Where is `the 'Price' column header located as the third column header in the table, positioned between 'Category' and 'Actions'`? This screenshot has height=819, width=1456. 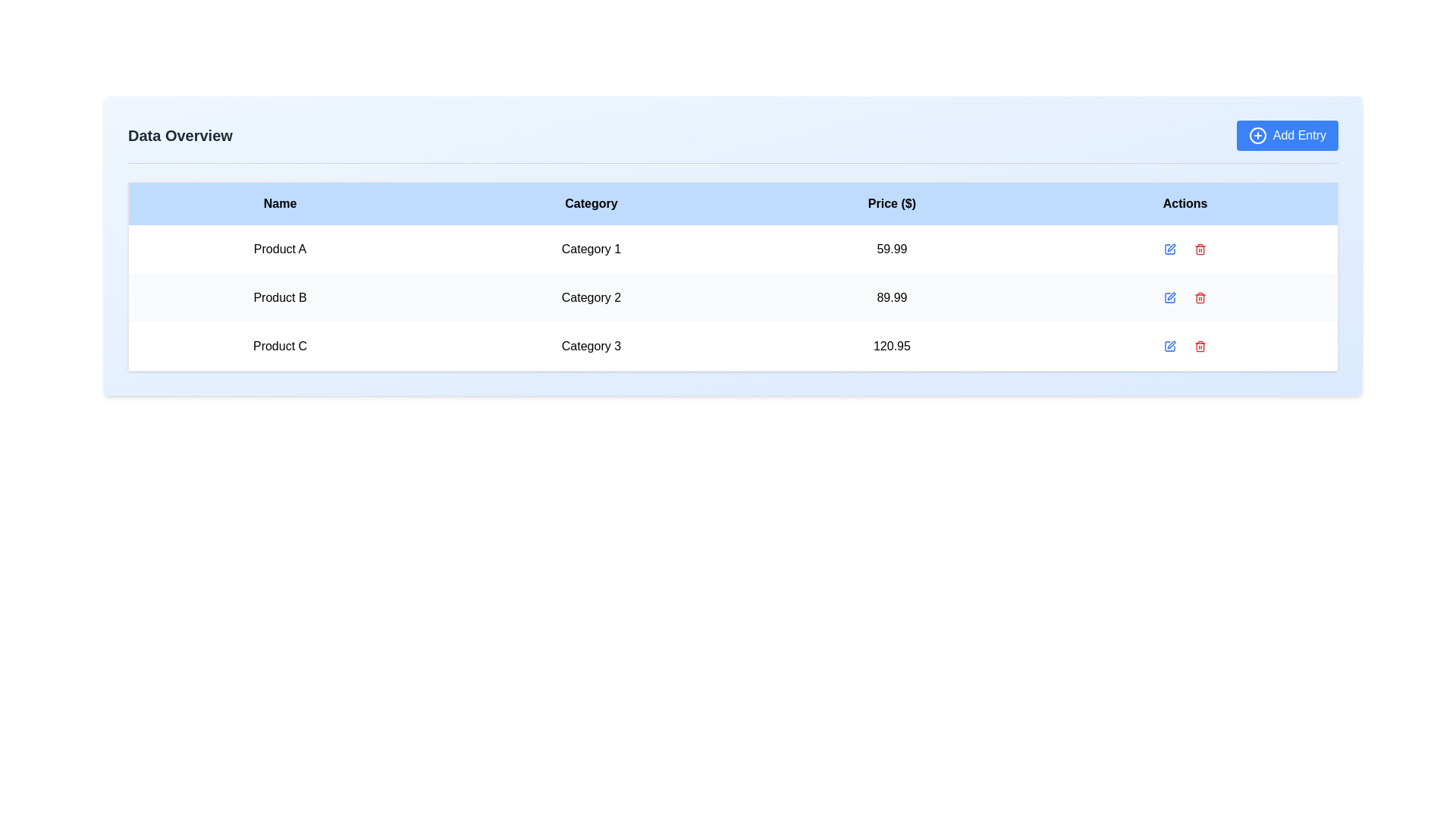
the 'Price' column header located as the third column header in the table, positioned between 'Category' and 'Actions' is located at coordinates (892, 202).